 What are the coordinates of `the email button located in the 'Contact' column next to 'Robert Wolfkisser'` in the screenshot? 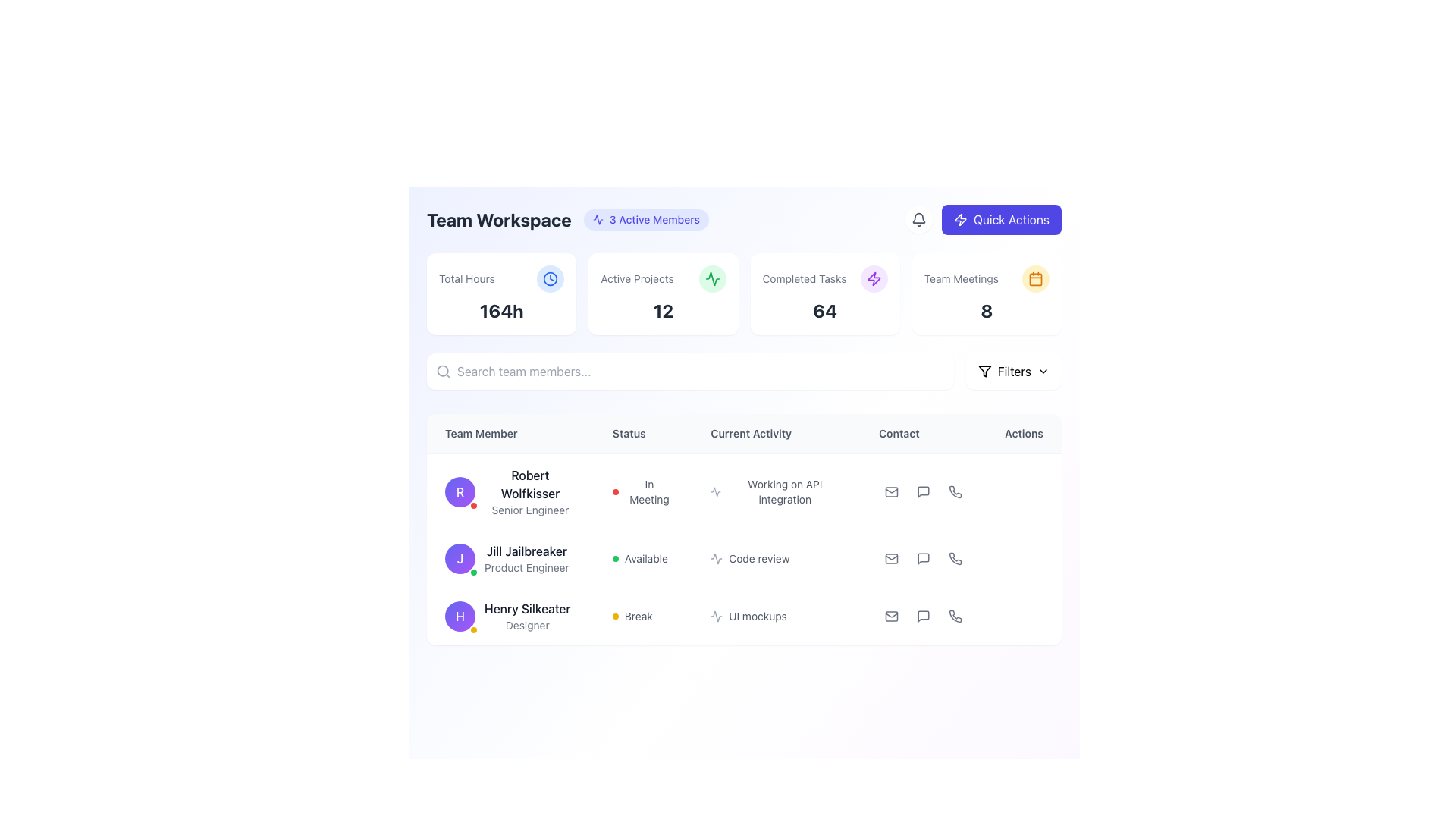 It's located at (892, 491).